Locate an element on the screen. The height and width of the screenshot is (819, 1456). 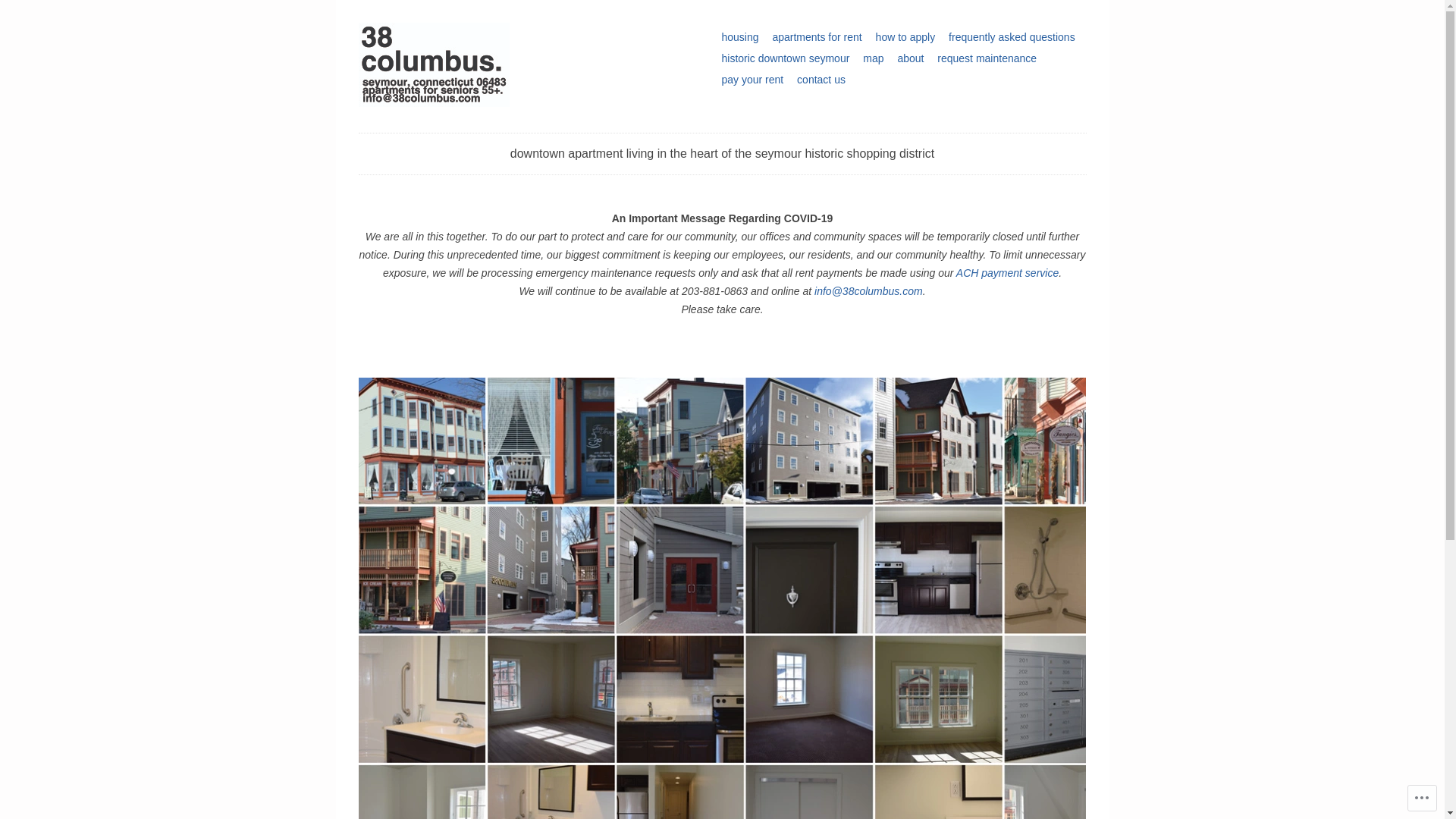
'historic downtown seymour' is located at coordinates (785, 58).